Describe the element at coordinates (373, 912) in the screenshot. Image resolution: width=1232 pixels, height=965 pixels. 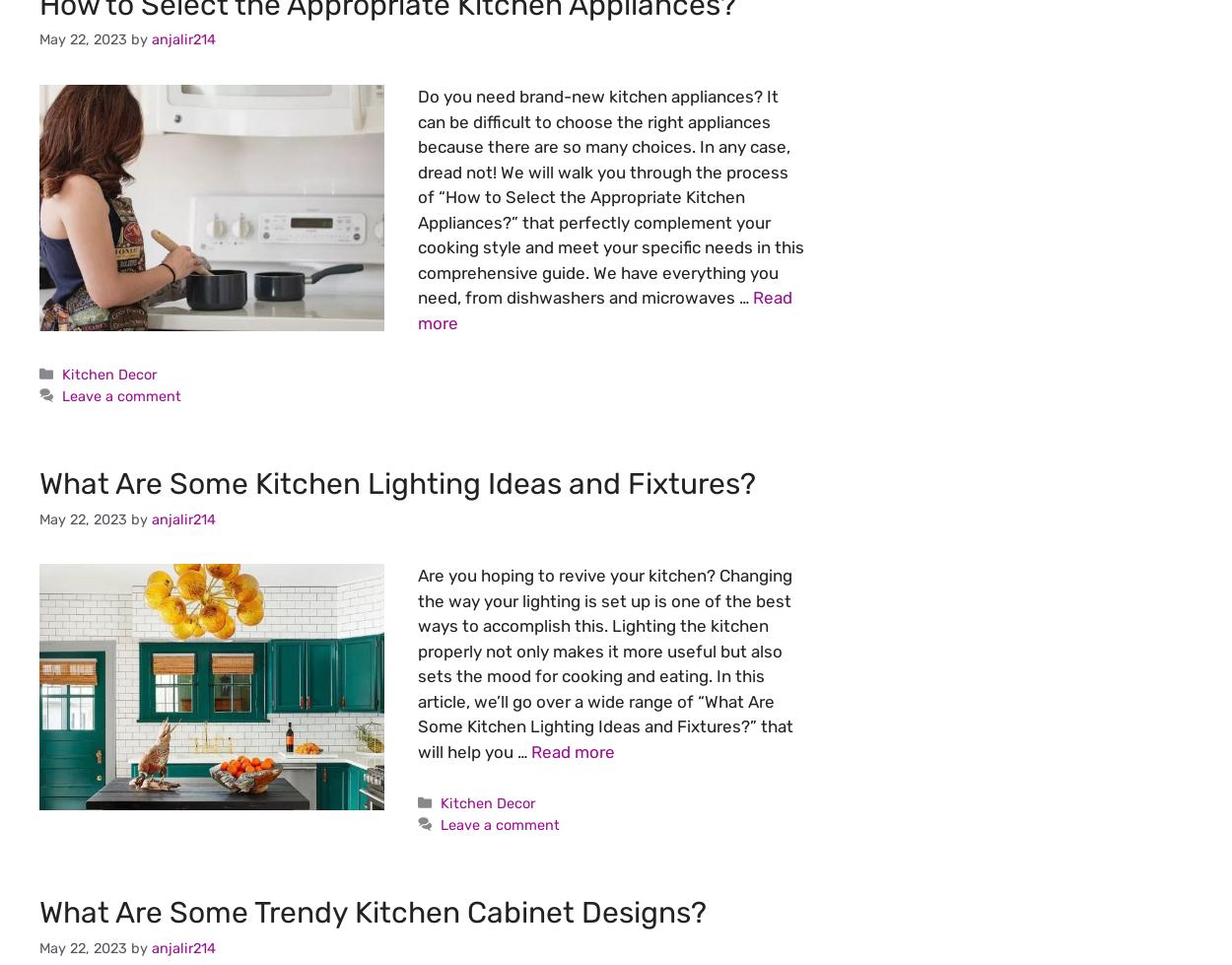
I see `'What Are Some Trendy Kitchen Cabinet Designs?'` at that location.